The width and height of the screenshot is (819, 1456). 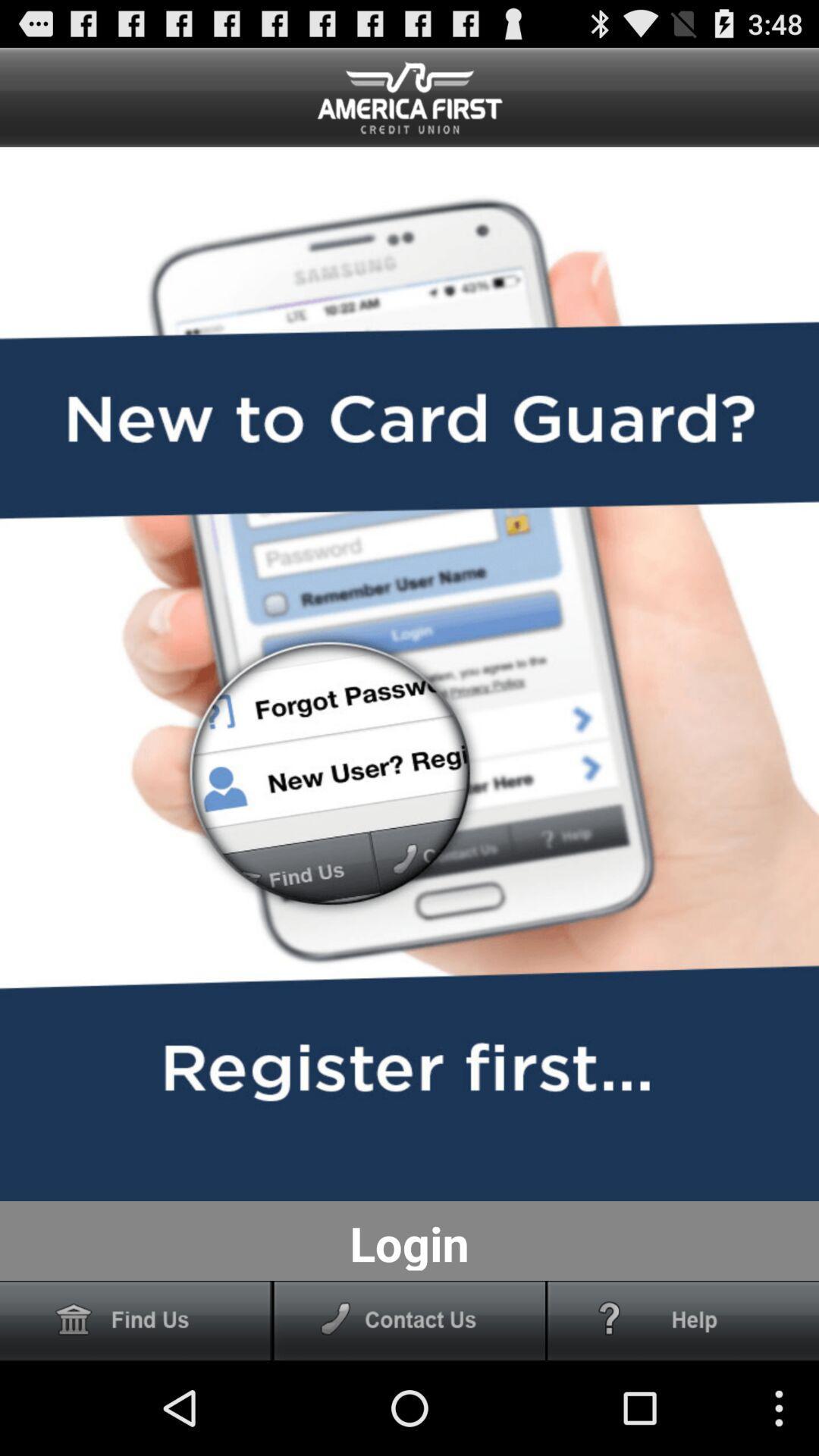 I want to click on help button, so click(x=683, y=1319).